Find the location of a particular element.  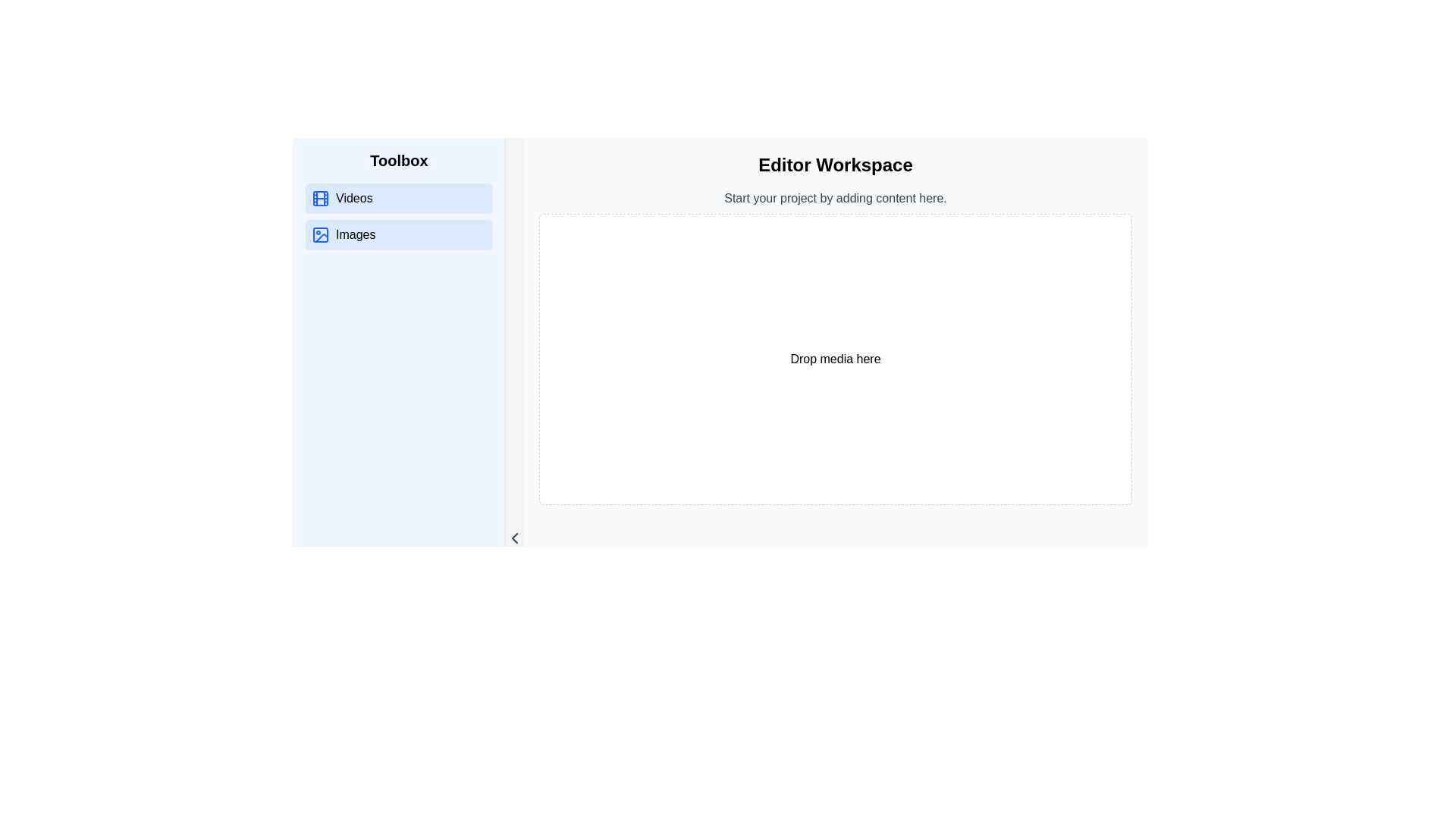

the 'Images' button located in the left sidebar under the 'Toolbox', which is the second button below the 'Videos' button, to trigger hover effects is located at coordinates (399, 234).